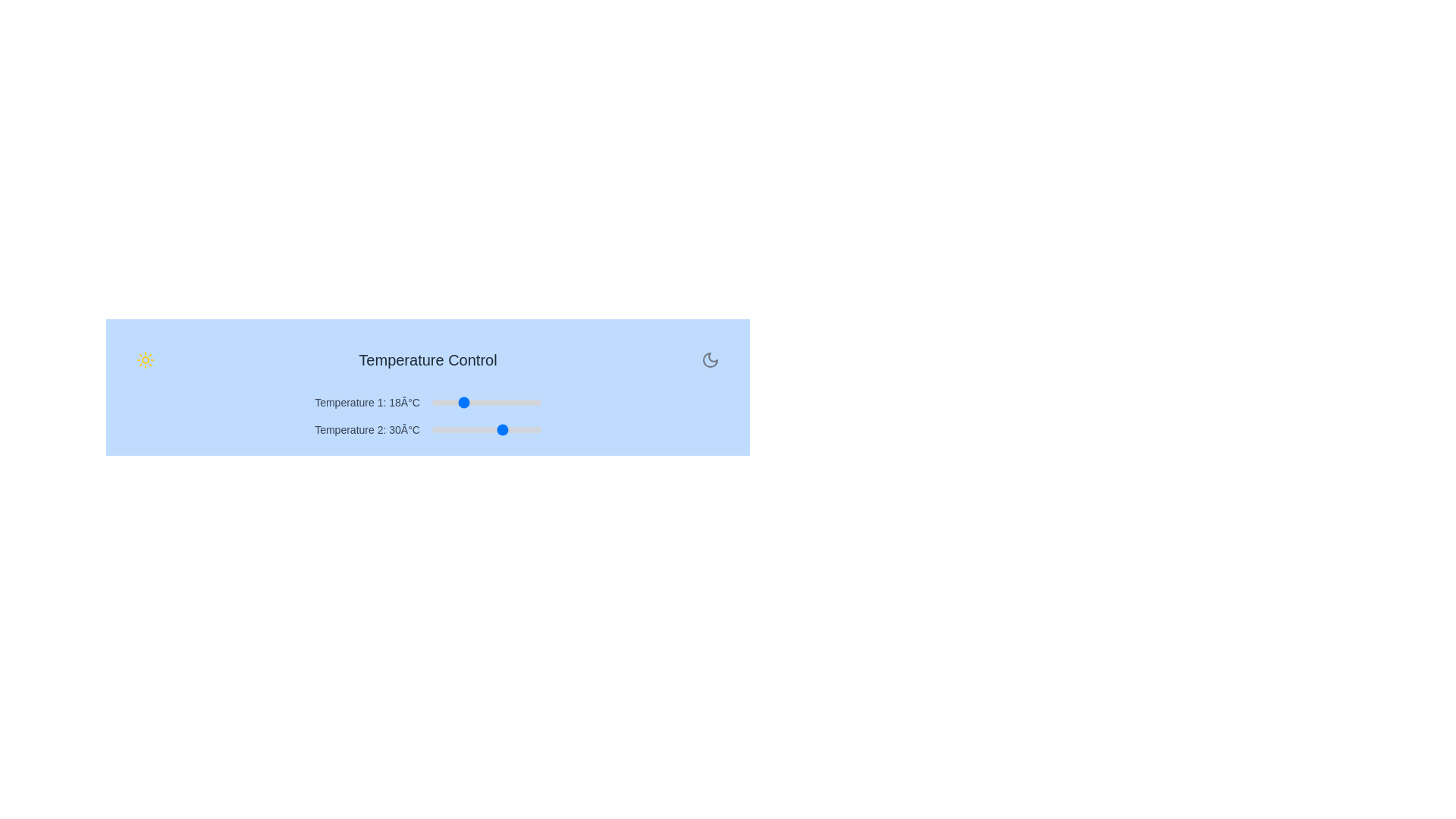  I want to click on the slider located near the label indicating the second temperature setting of 30°C to adjust the temperature settings, so click(367, 430).